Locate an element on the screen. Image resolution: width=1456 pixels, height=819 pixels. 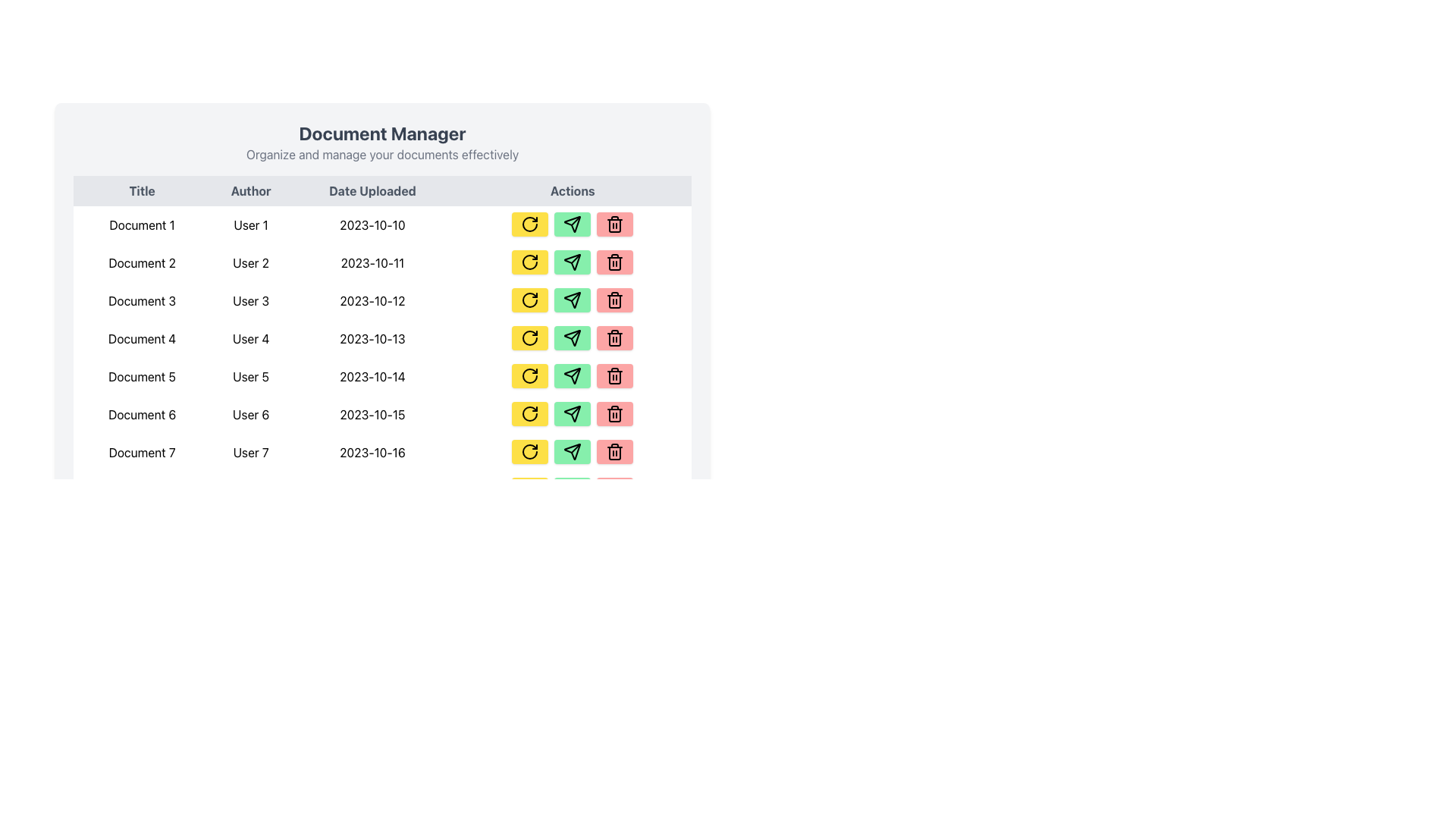
the delete button in the 'Actions' column of the table for 'Document 7', which is the third icon in that row is located at coordinates (615, 451).